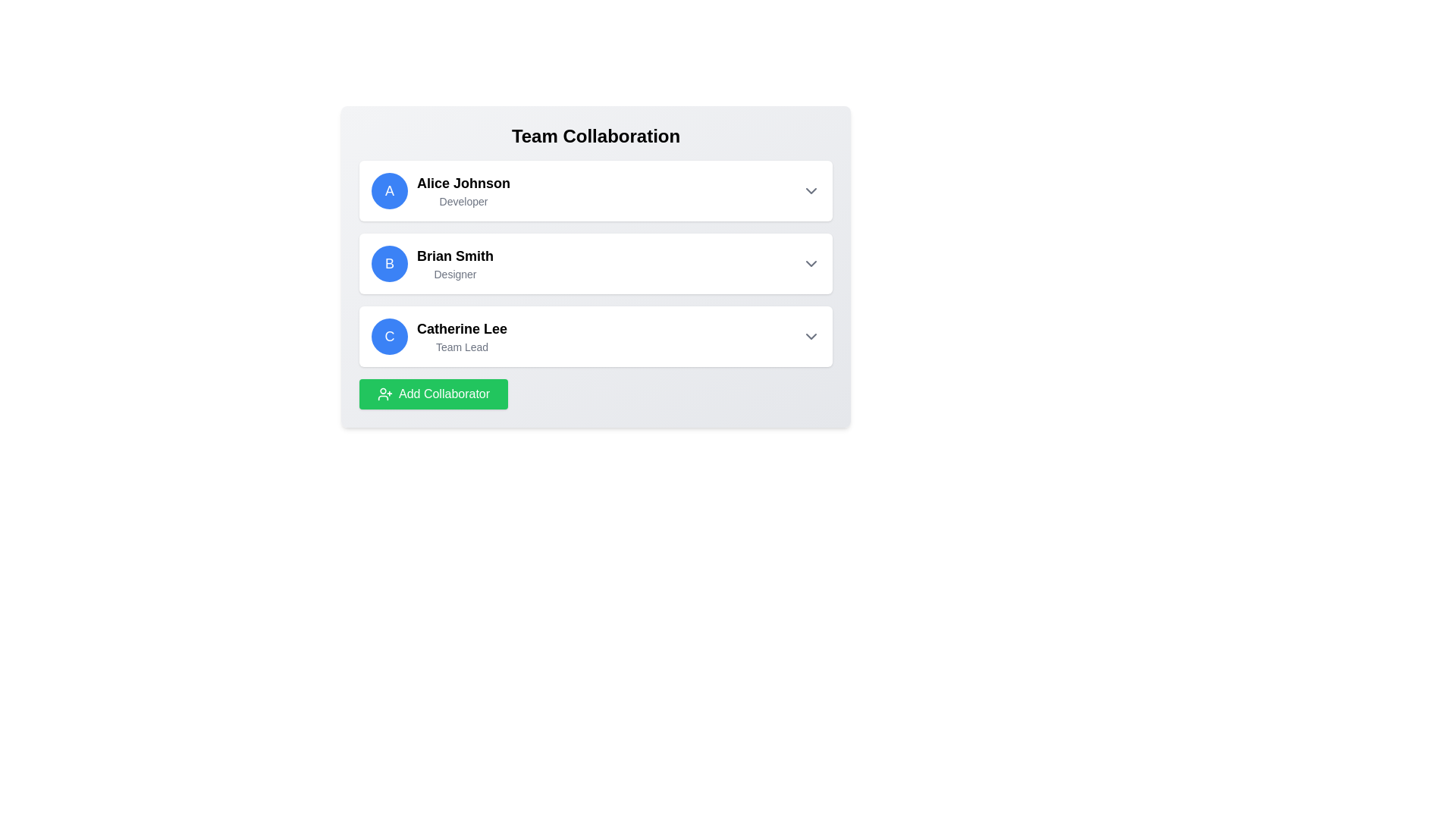  Describe the element at coordinates (389, 190) in the screenshot. I see `the Circular icon badge that represents the user 'Alice Johnson', located to the left of their name in the topmost section of the vertical list` at that location.